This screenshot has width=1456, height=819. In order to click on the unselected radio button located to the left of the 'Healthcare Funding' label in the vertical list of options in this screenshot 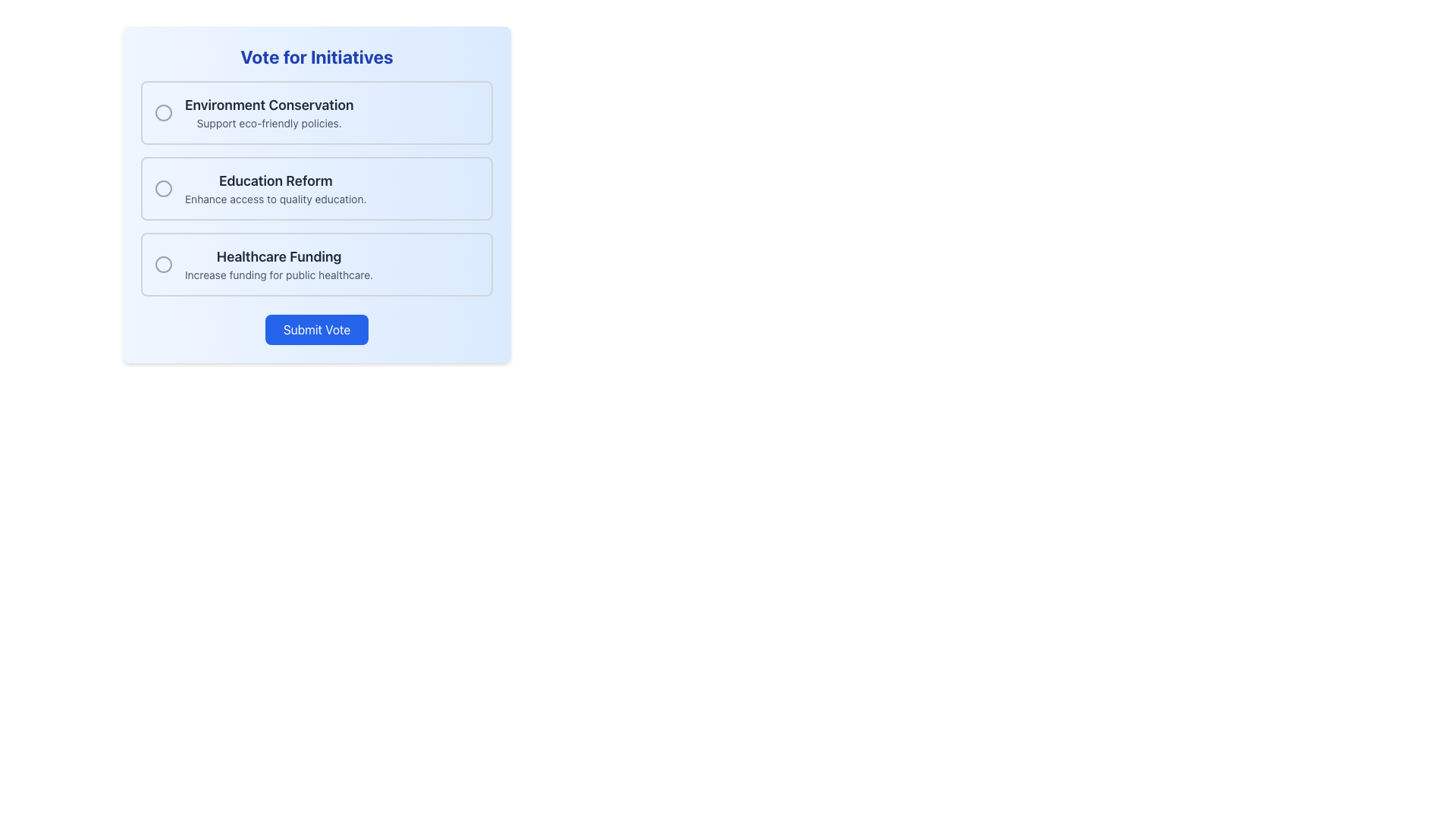, I will do `click(164, 263)`.